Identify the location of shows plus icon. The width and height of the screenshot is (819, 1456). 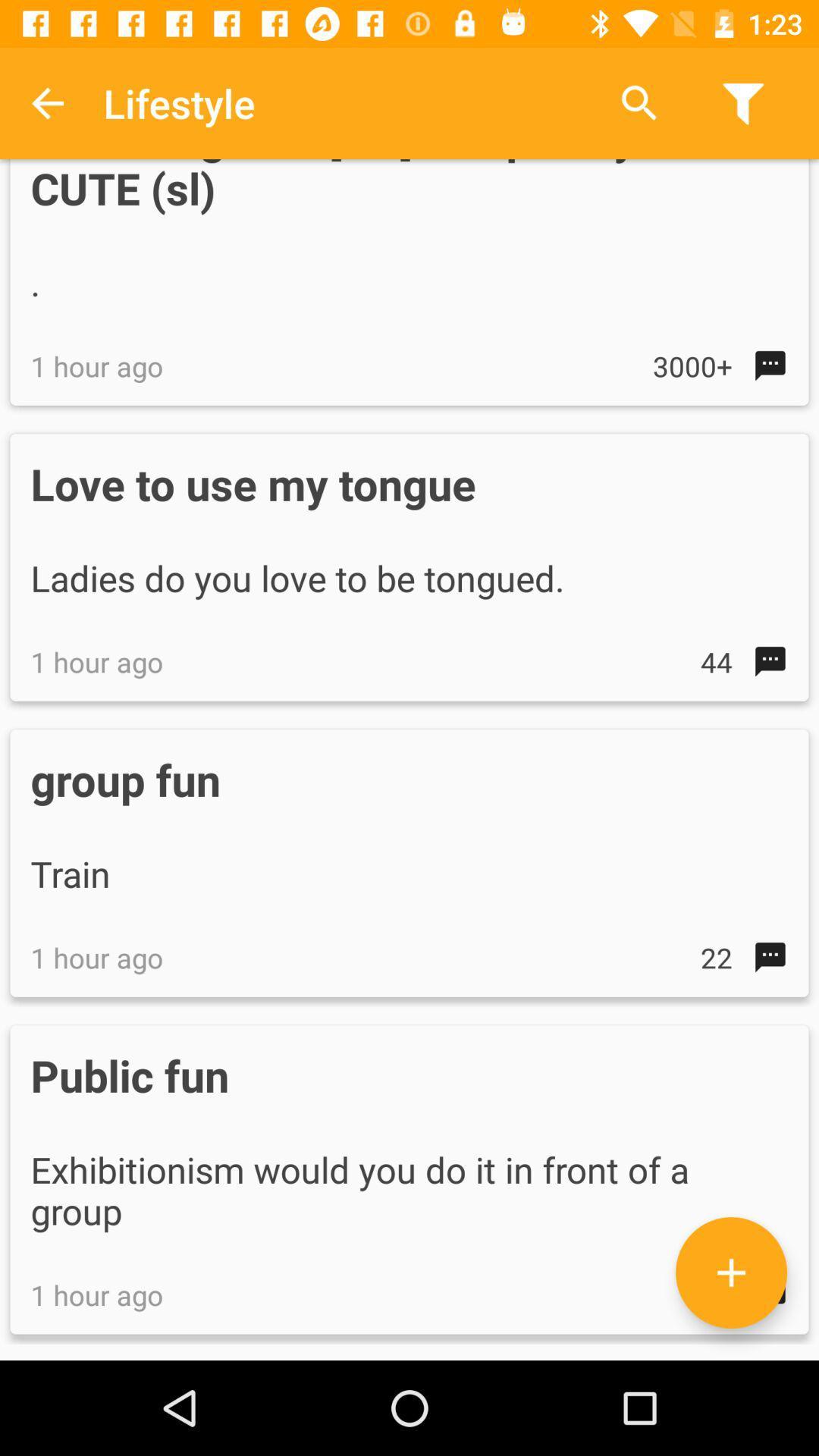
(730, 1272).